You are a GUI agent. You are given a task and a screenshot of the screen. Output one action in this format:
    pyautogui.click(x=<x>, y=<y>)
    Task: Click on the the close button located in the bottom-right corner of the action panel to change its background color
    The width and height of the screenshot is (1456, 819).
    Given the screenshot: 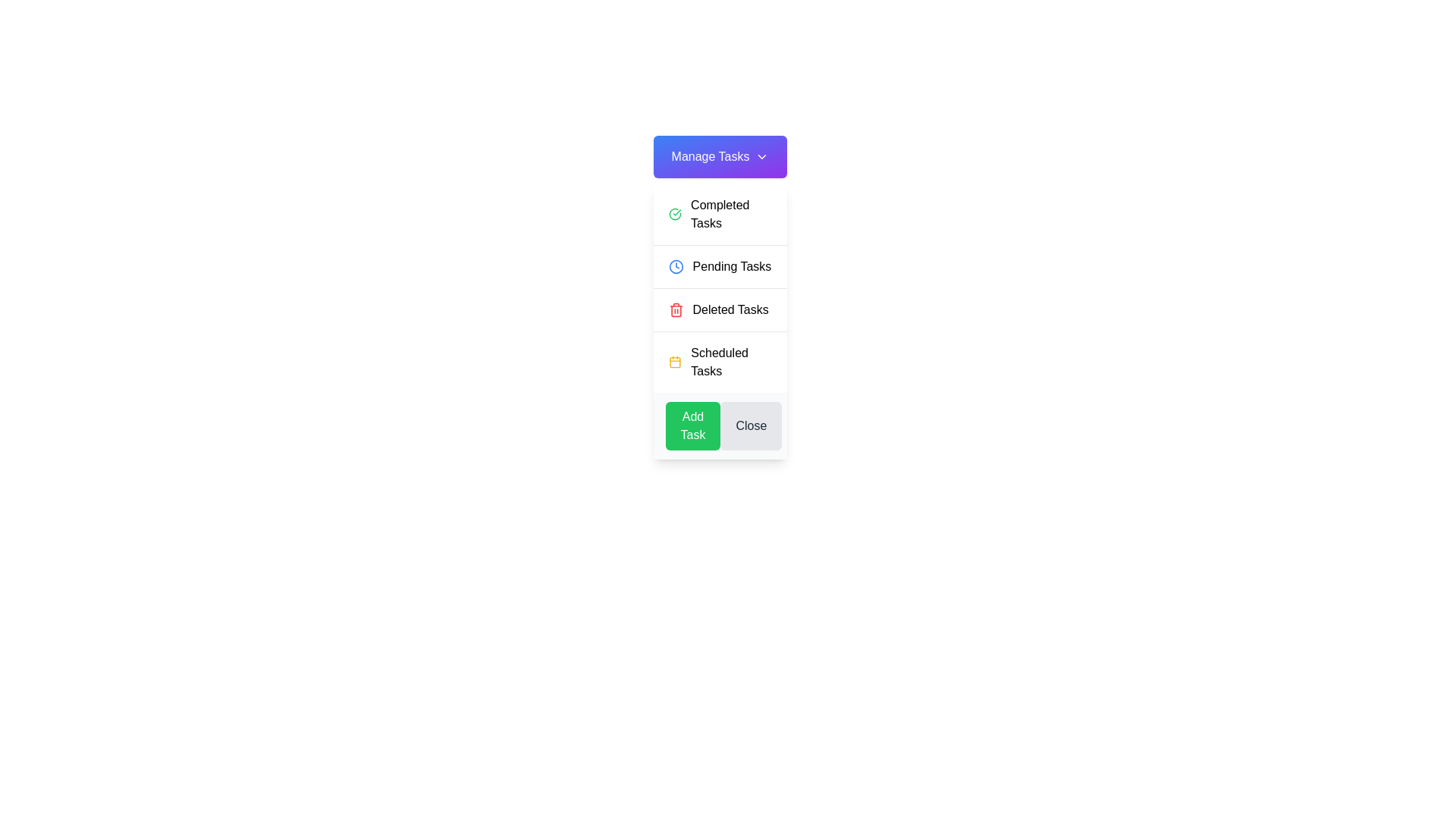 What is the action you would take?
    pyautogui.click(x=751, y=426)
    